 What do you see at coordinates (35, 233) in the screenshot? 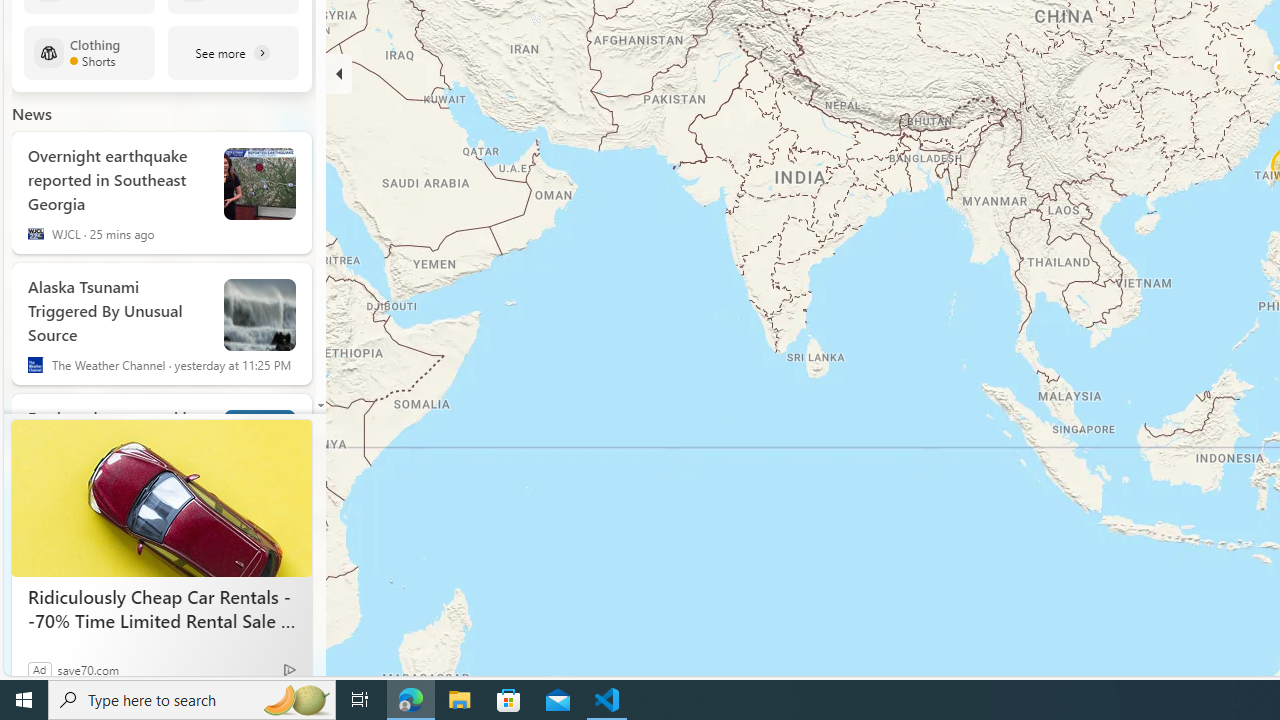
I see `'WJCL'` at bounding box center [35, 233].